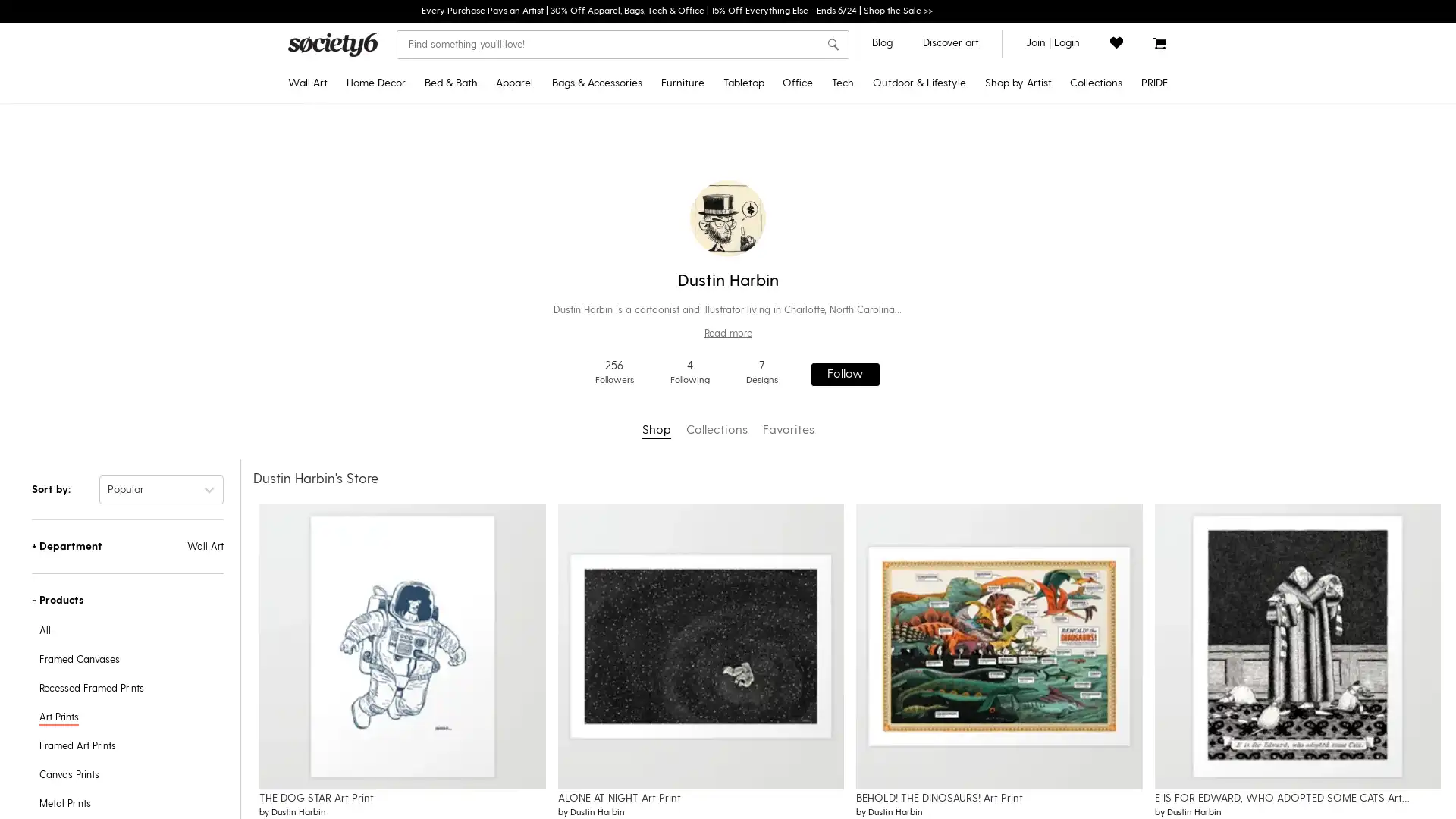 The image size is (1456, 819). Describe the element at coordinates (896, 170) in the screenshot. I see `iPhone Wallet Cases` at that location.